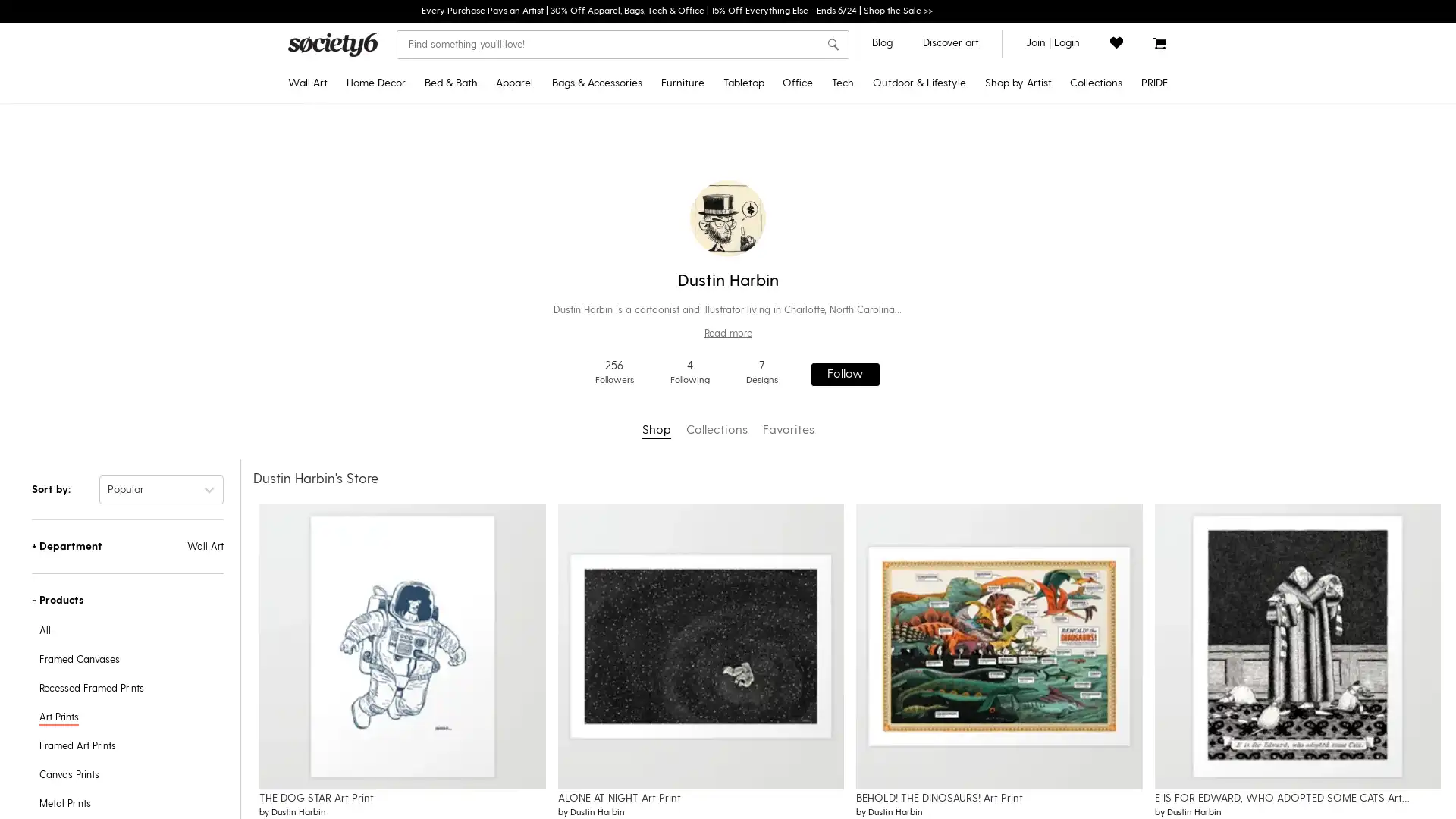 The image size is (1456, 819). Describe the element at coordinates (896, 170) in the screenshot. I see `iPhone Wallet Cases` at that location.